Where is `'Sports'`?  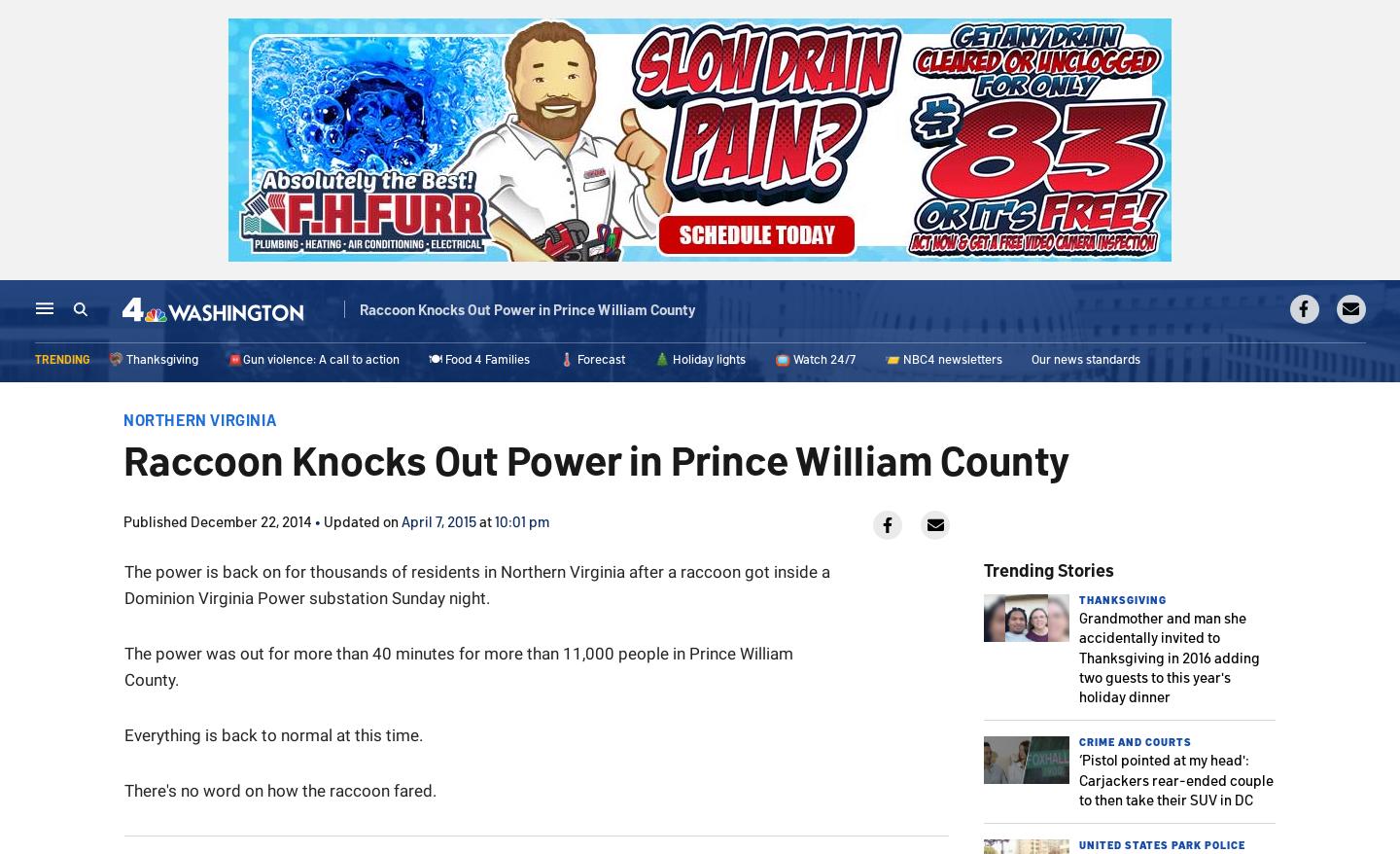
'Sports' is located at coordinates (850, 313).